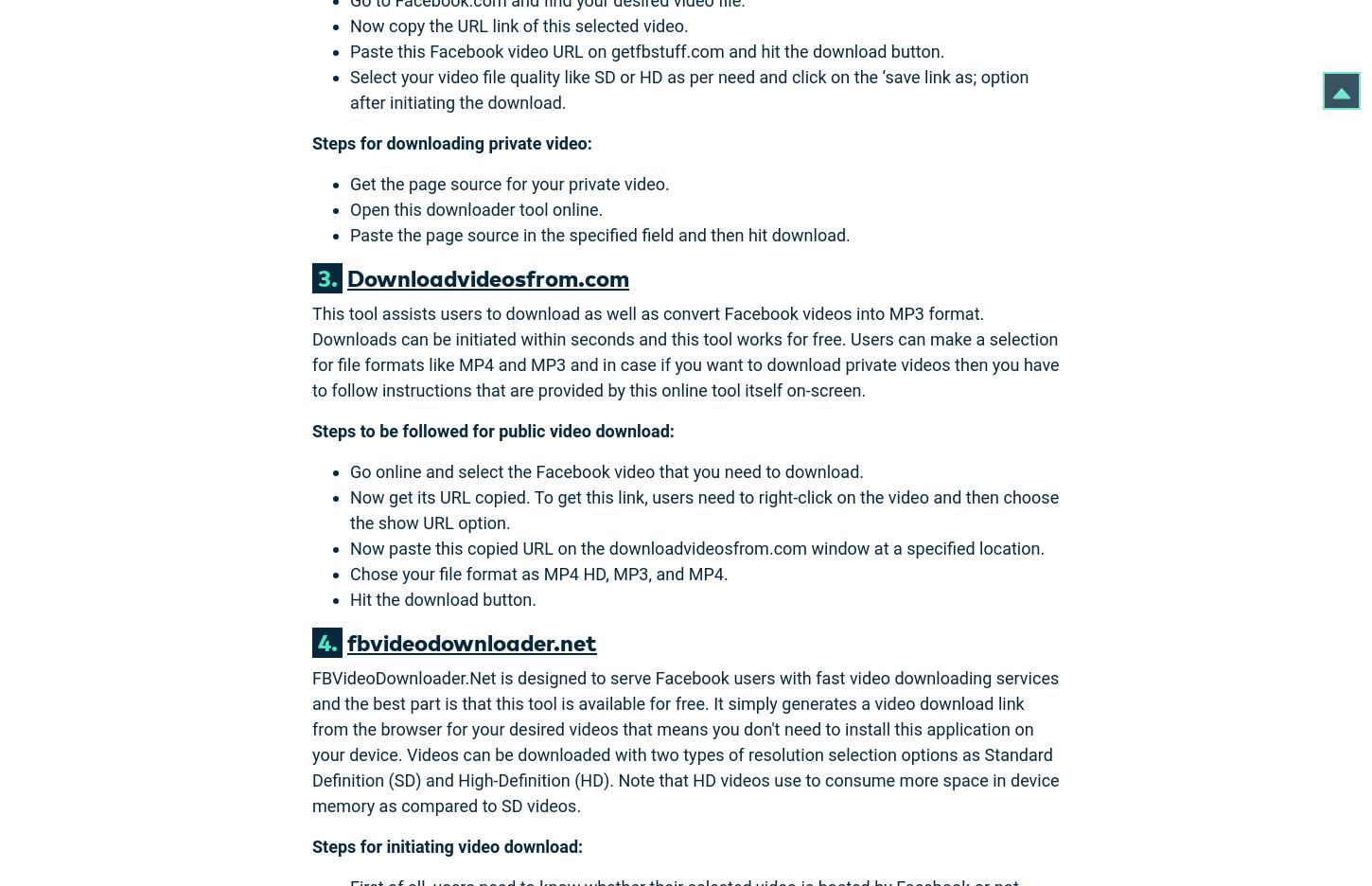  I want to click on 'Hit the download button.', so click(442, 597).